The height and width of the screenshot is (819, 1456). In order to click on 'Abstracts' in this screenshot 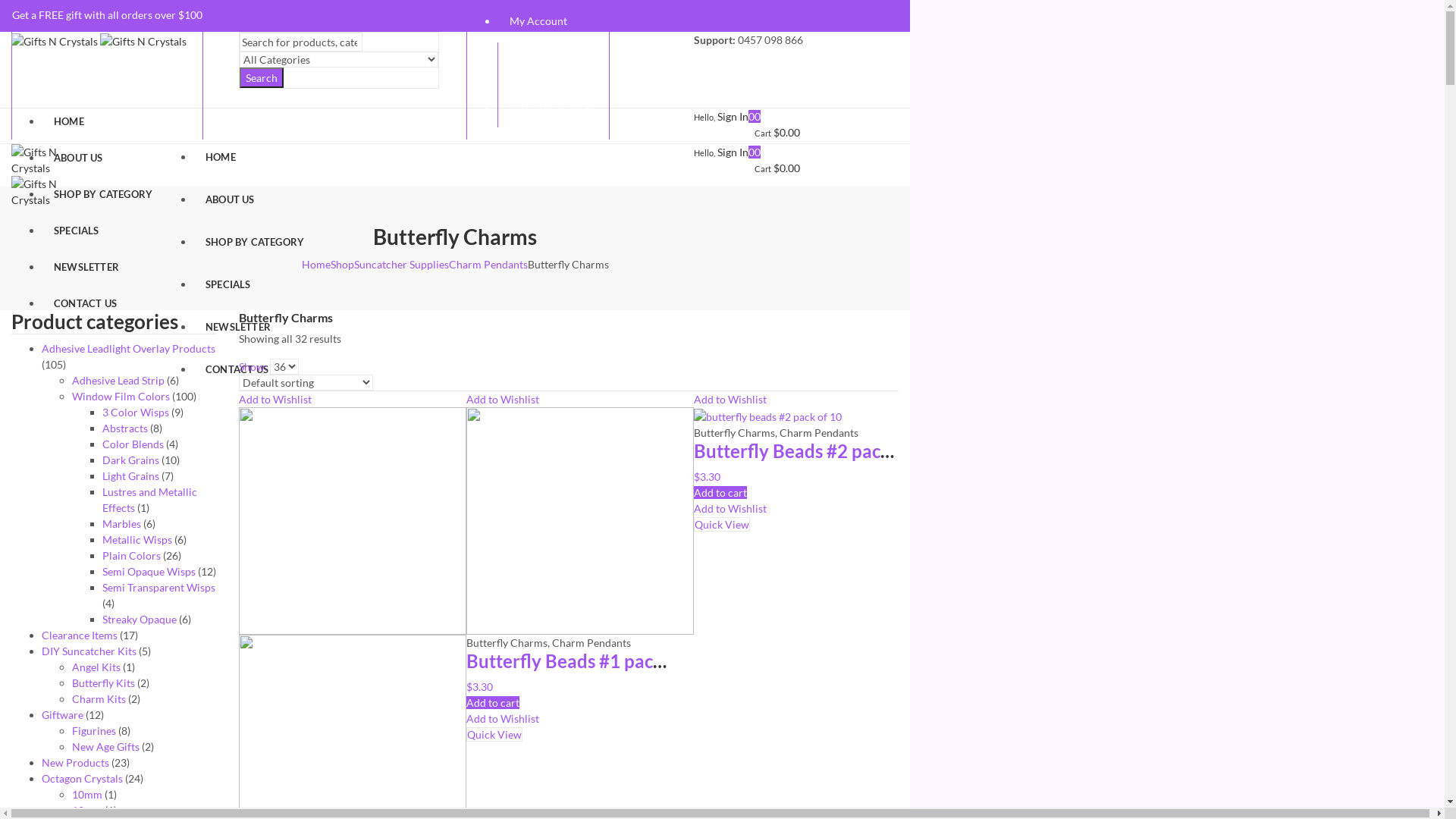, I will do `click(124, 428)`.